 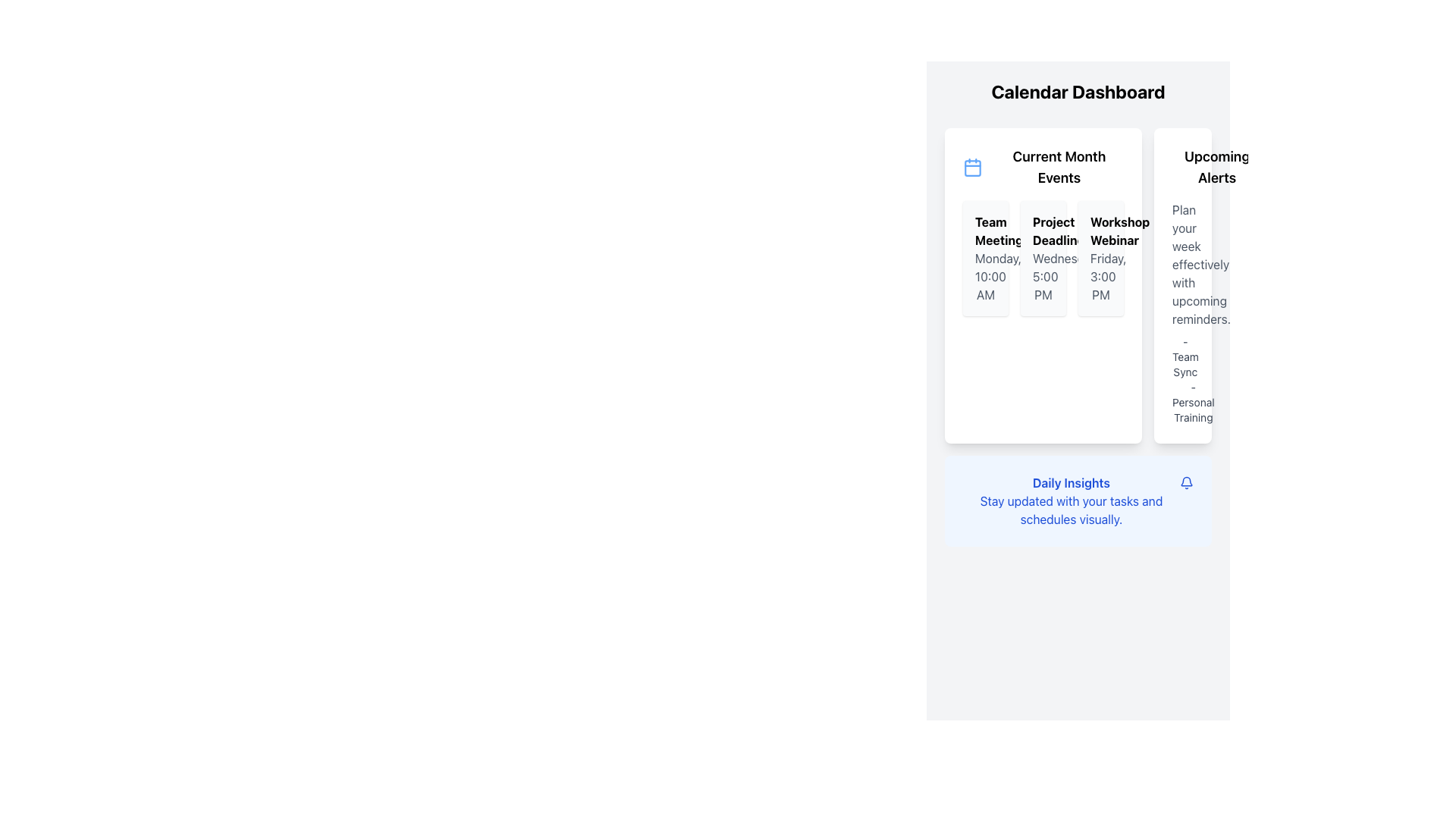 What do you see at coordinates (1182, 379) in the screenshot?
I see `text content of the Text Label located in the 'Upcoming Alerts' section, positioned below the reminder text 'Plan your week effectively with upcoming reminders.'` at bounding box center [1182, 379].